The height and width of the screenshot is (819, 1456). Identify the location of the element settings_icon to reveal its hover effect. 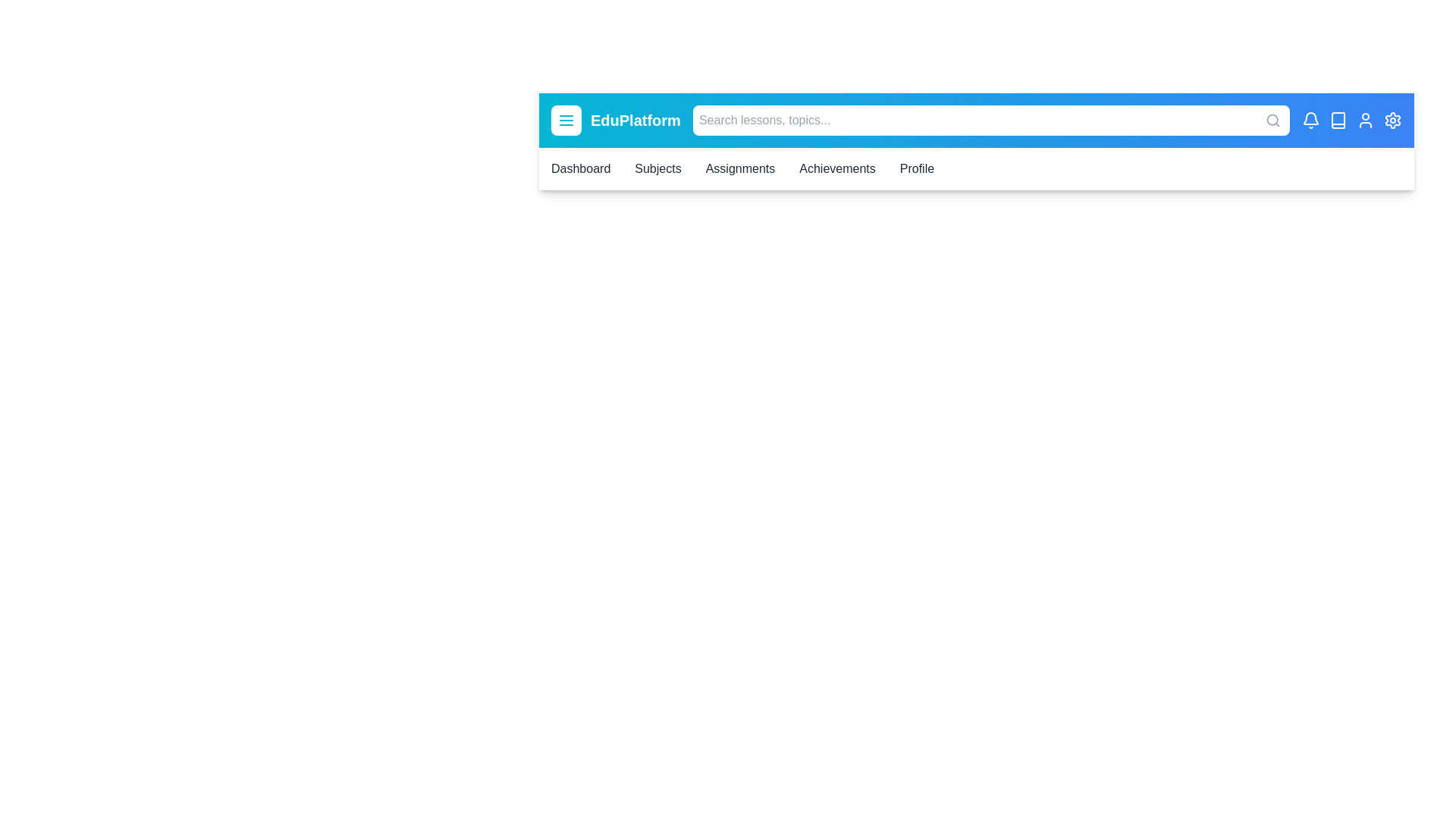
(1393, 119).